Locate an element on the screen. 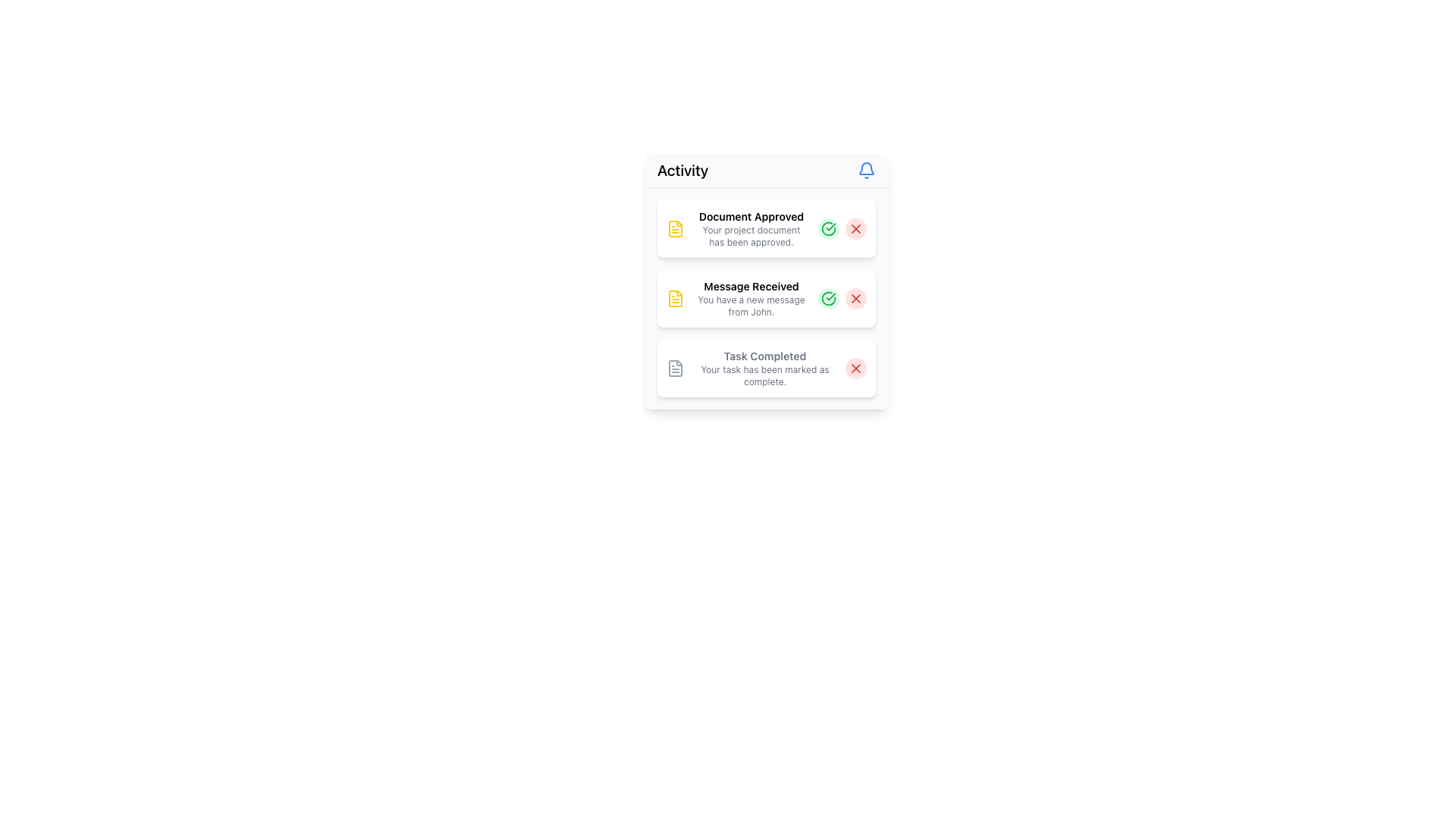 Image resolution: width=1456 pixels, height=819 pixels. the document icon with a yellow outline that indicates a received message in the second notification of the 'Activity' section is located at coordinates (675, 298).